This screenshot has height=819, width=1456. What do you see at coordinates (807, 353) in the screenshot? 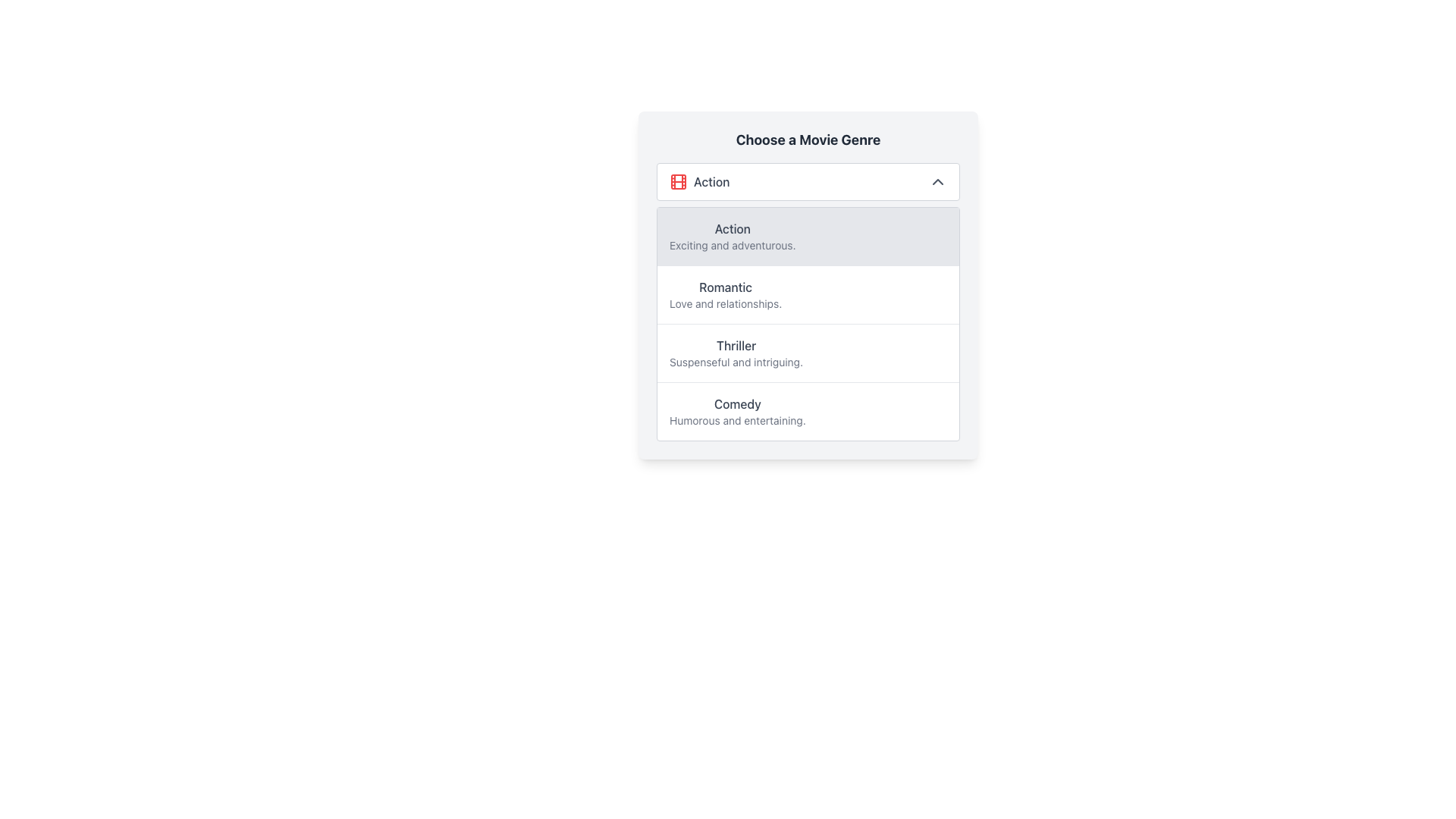
I see `the 'Thriller' genre option in the dropdown menu titled 'Choose a Movie Genre' to trigger the hover effect` at bounding box center [807, 353].